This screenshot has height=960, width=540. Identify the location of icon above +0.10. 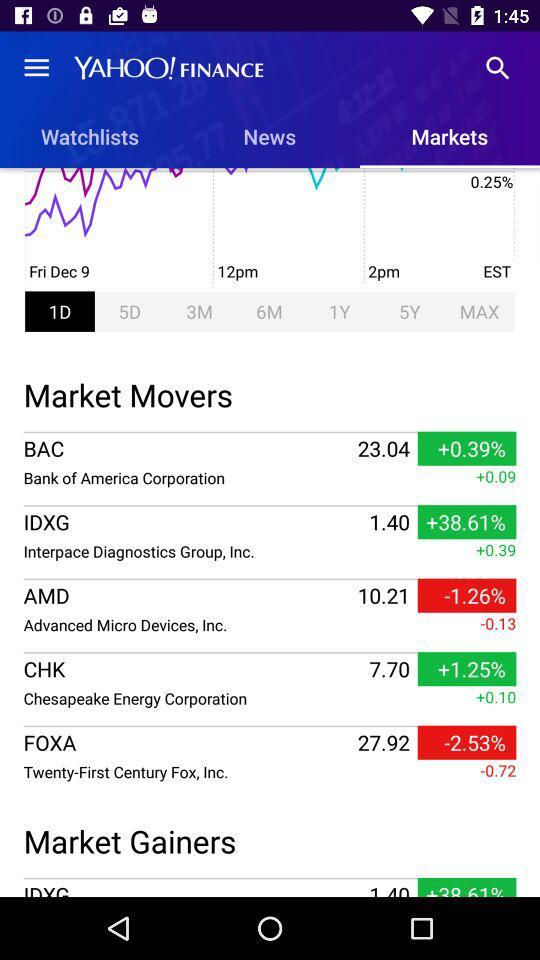
(270, 651).